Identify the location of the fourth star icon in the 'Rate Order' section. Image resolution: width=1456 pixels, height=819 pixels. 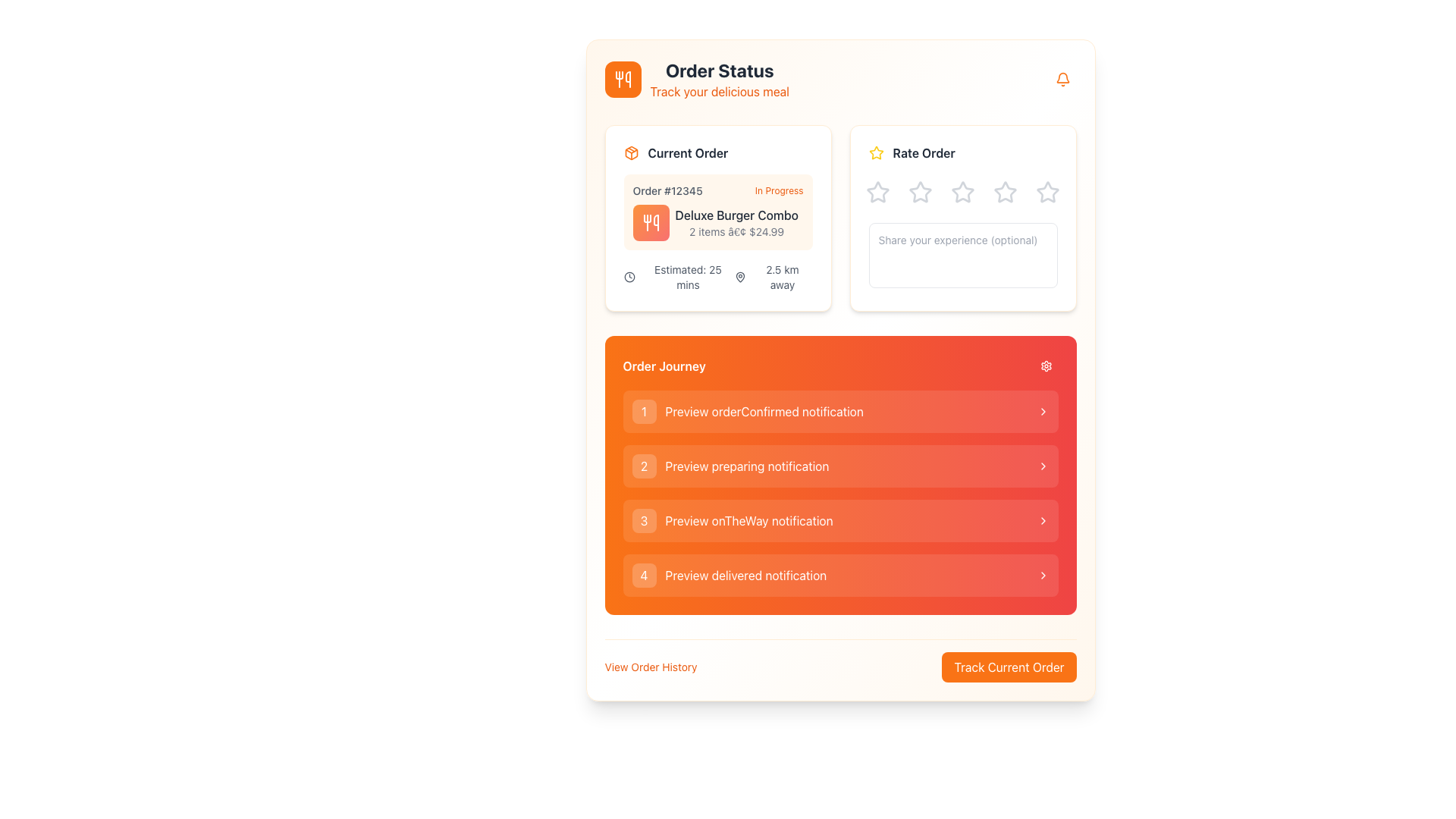
(1005, 192).